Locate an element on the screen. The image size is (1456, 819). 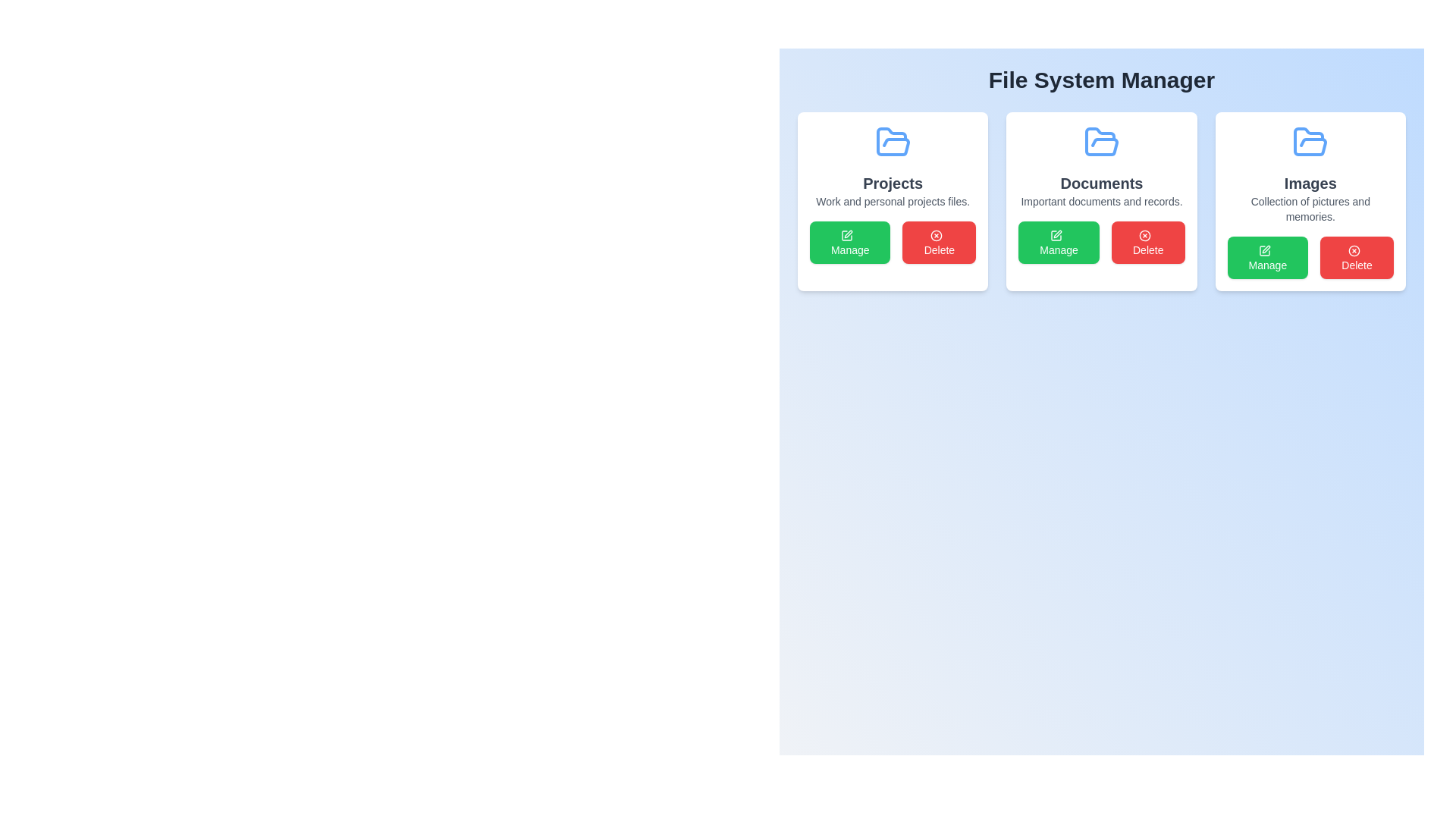
the text label that reads 'Work and personal projects files.' located in the 'Projects' section card, positioned below the title 'Projects' and above the buttons 'Manage' and 'Delete' is located at coordinates (893, 201).